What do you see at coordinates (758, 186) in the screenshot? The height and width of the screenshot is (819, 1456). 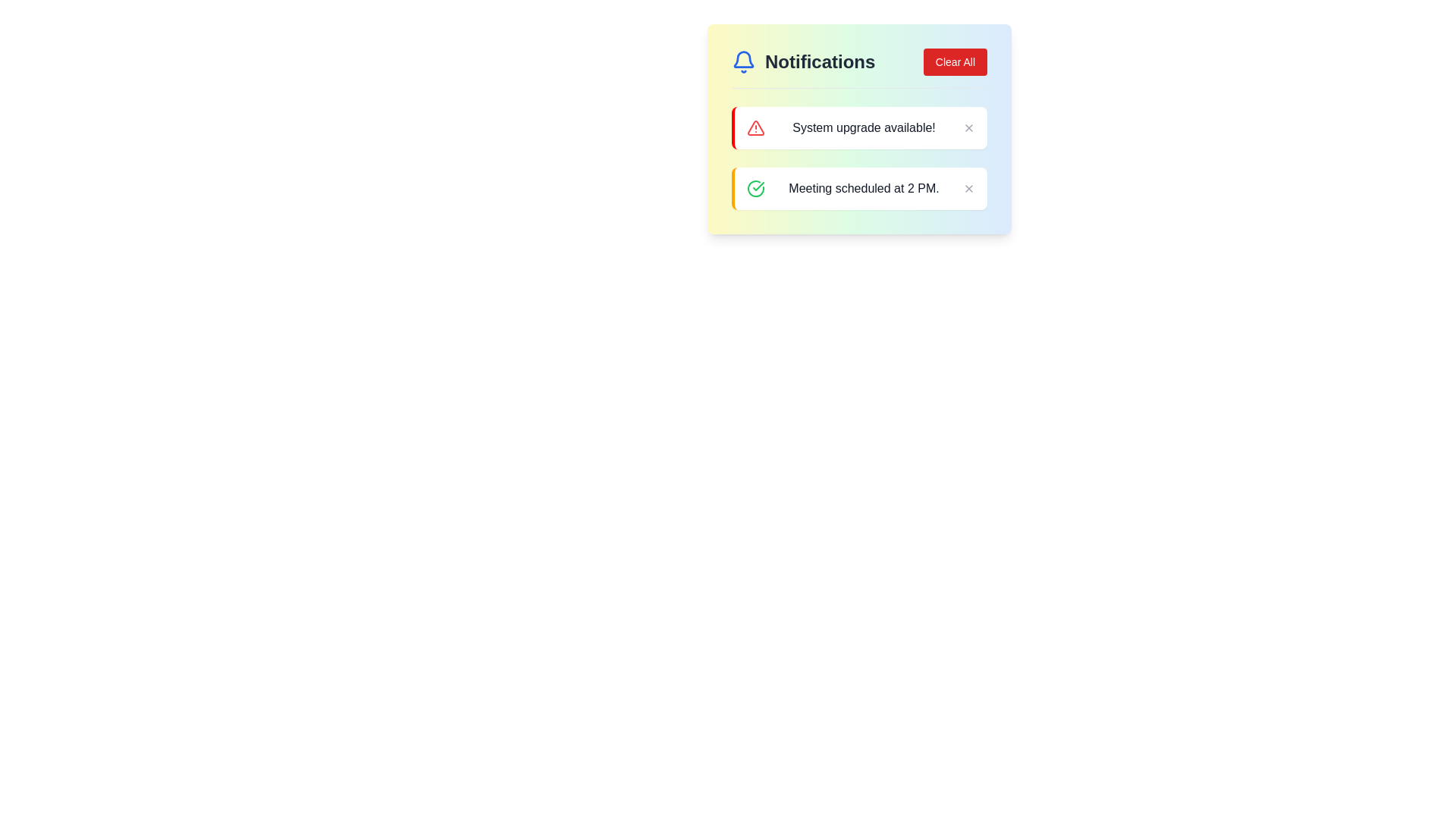 I see `the checkmark icon that represents a successful confirmation related to the notification 'Meeting scheduled at 2 PM'` at bounding box center [758, 186].